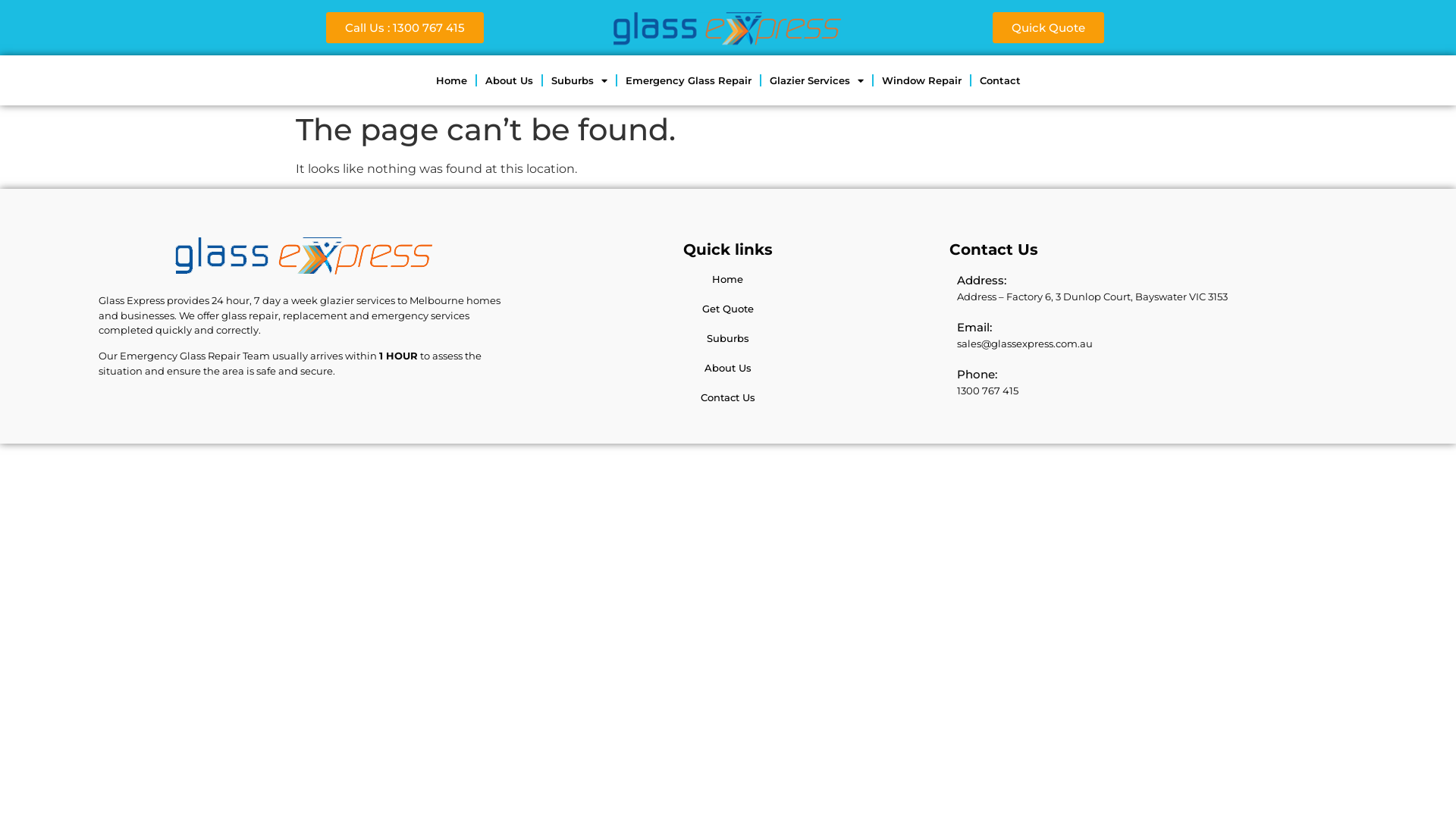 The height and width of the screenshot is (819, 1456). Describe the element at coordinates (815, 80) in the screenshot. I see `'Glazier Services'` at that location.